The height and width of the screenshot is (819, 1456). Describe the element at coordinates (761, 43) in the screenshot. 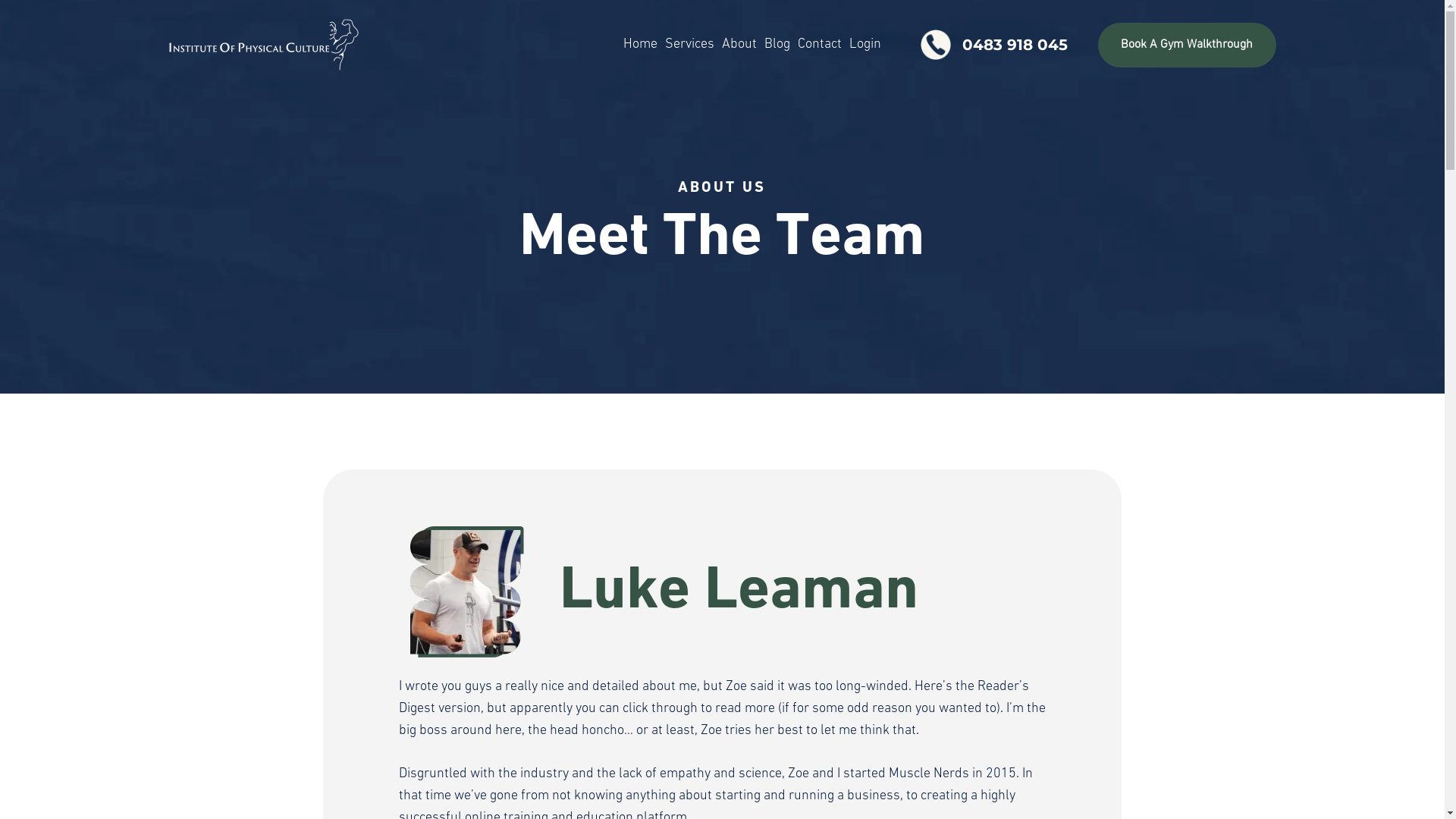

I see `'Blog'` at that location.